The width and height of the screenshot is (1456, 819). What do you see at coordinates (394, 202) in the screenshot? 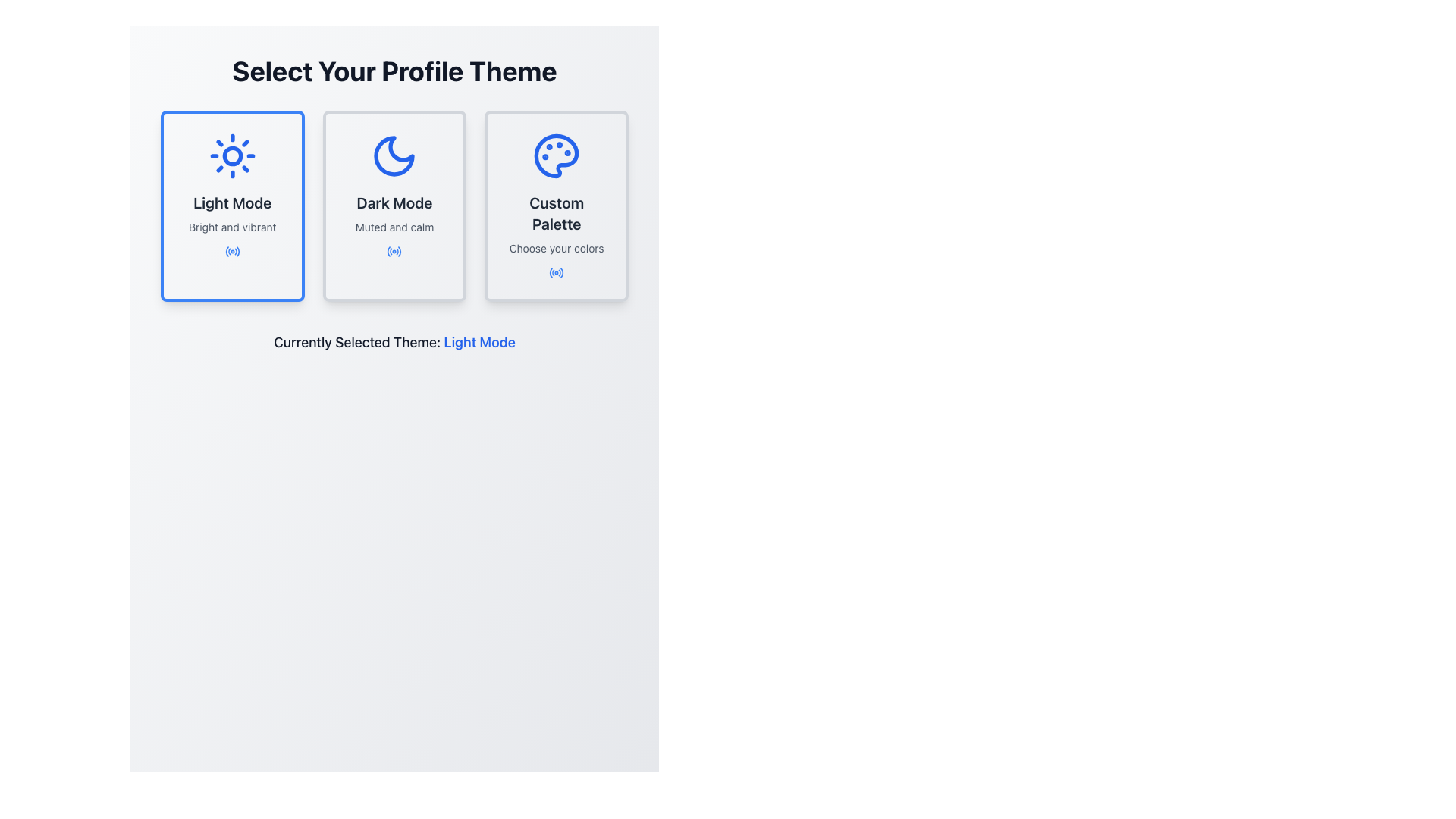
I see `the 'Dark Mode' text element, which is displayed in a bold and large font, styled in dark gray and centered within its card` at bounding box center [394, 202].